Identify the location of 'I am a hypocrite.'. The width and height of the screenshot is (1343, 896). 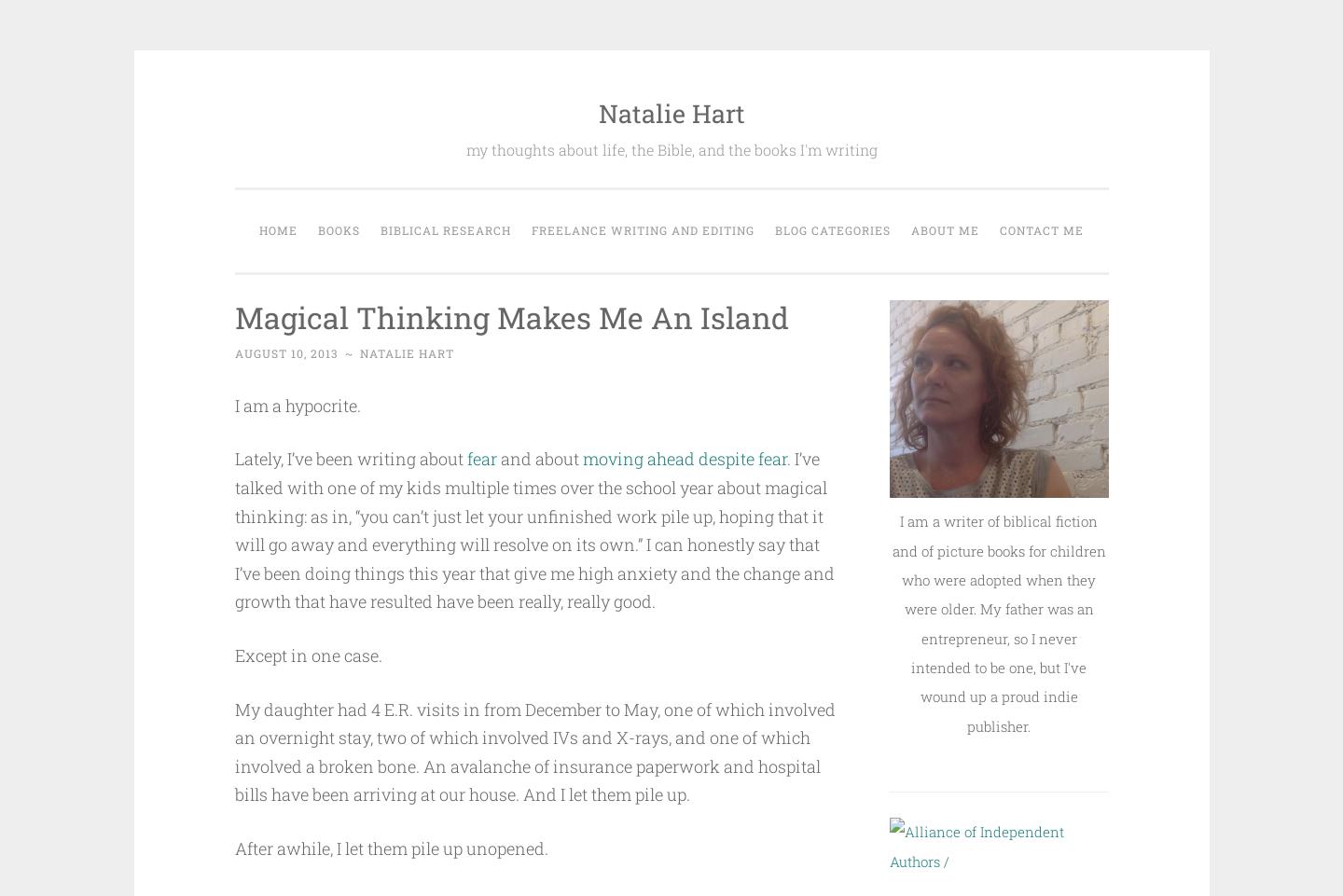
(297, 403).